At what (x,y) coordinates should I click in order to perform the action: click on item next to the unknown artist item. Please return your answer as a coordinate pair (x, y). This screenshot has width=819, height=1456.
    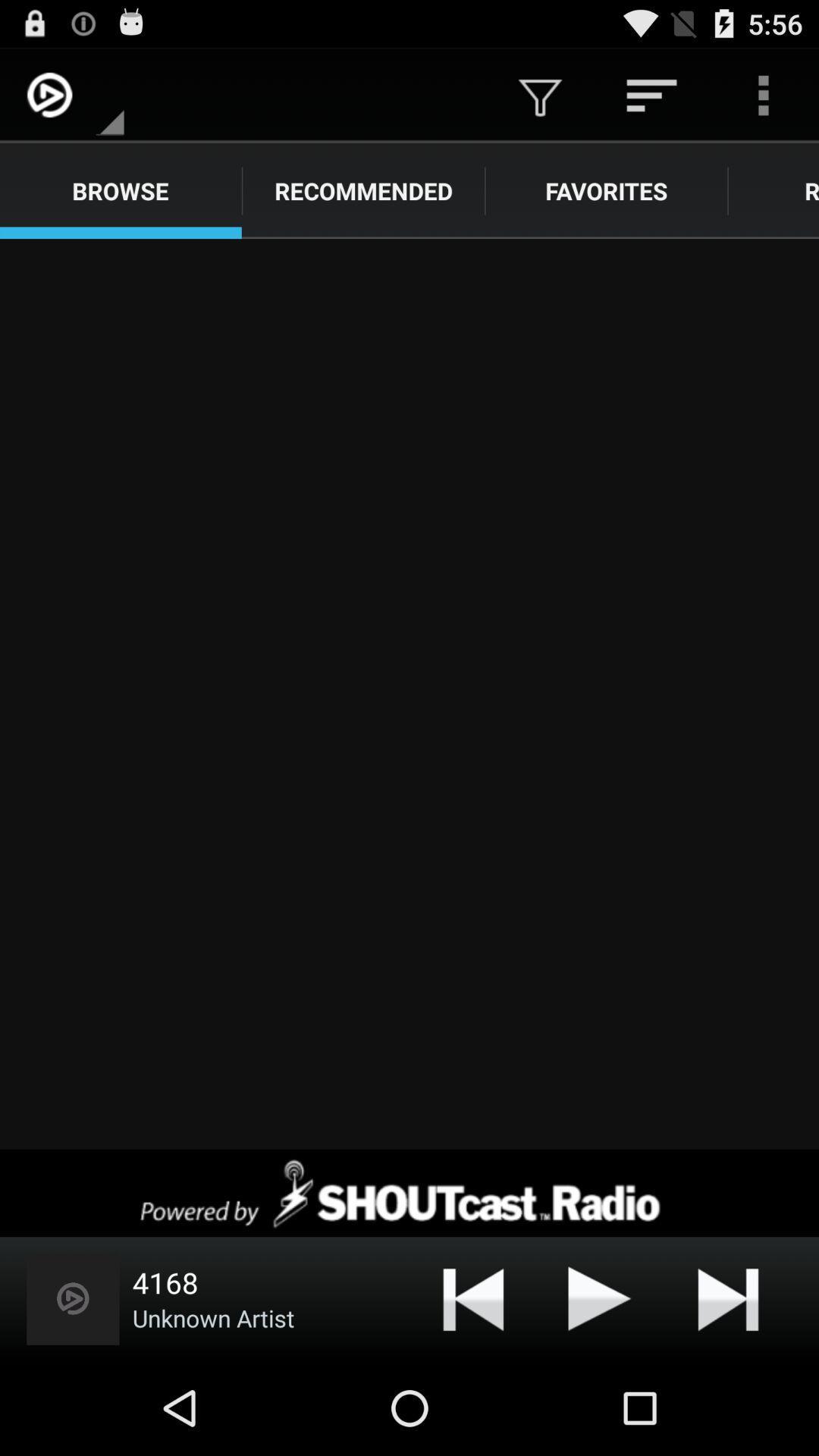
    Looking at the image, I should click on (472, 1298).